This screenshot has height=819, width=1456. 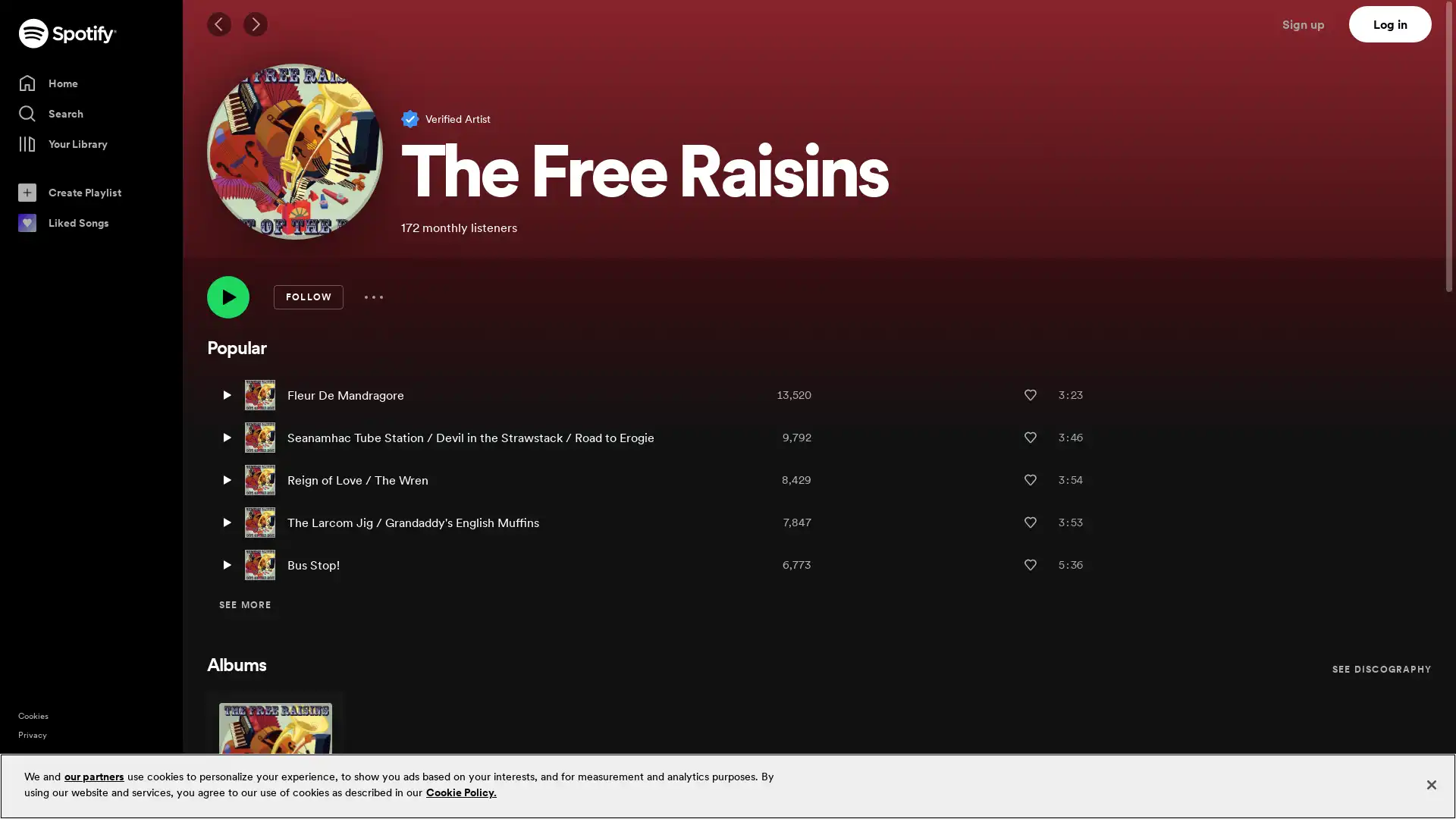 What do you see at coordinates (225, 438) in the screenshot?
I see `Play Seanamhac Tube Station / Devil in the Strawstack / Road to Erogie by The Free Raisins` at bounding box center [225, 438].